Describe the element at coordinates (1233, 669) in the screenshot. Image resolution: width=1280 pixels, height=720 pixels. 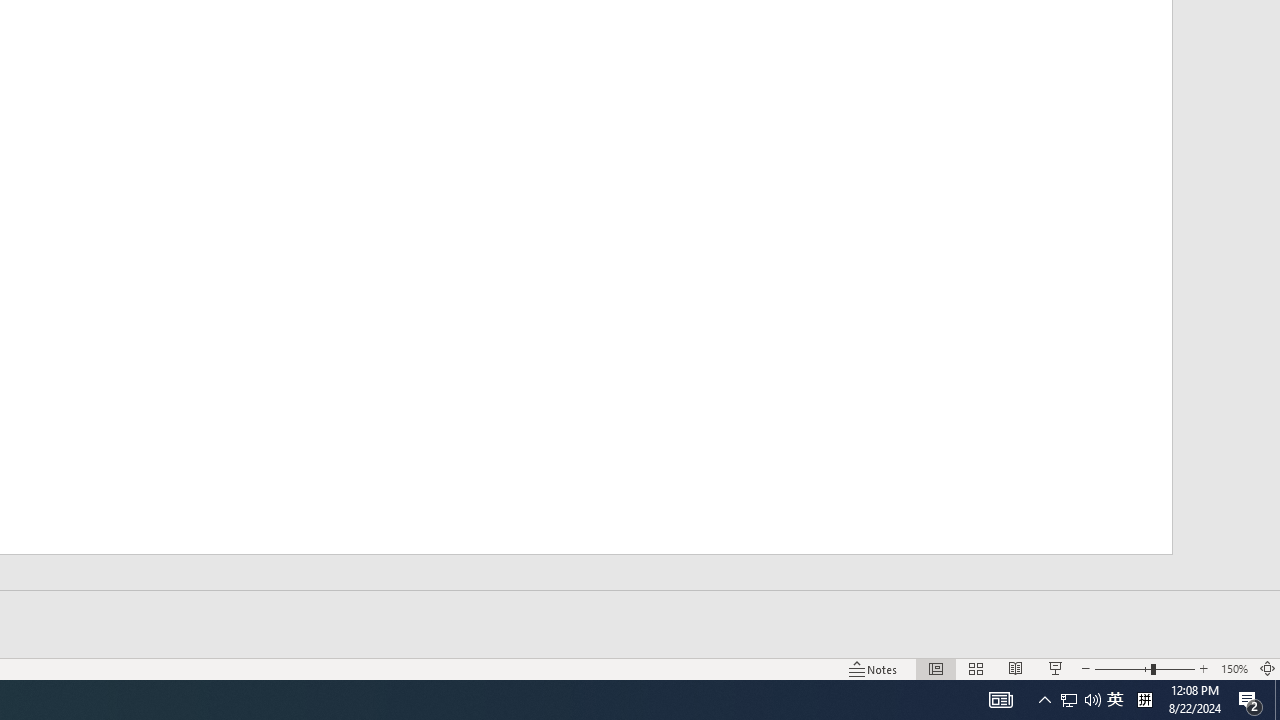
I see `'Zoom 150%'` at that location.